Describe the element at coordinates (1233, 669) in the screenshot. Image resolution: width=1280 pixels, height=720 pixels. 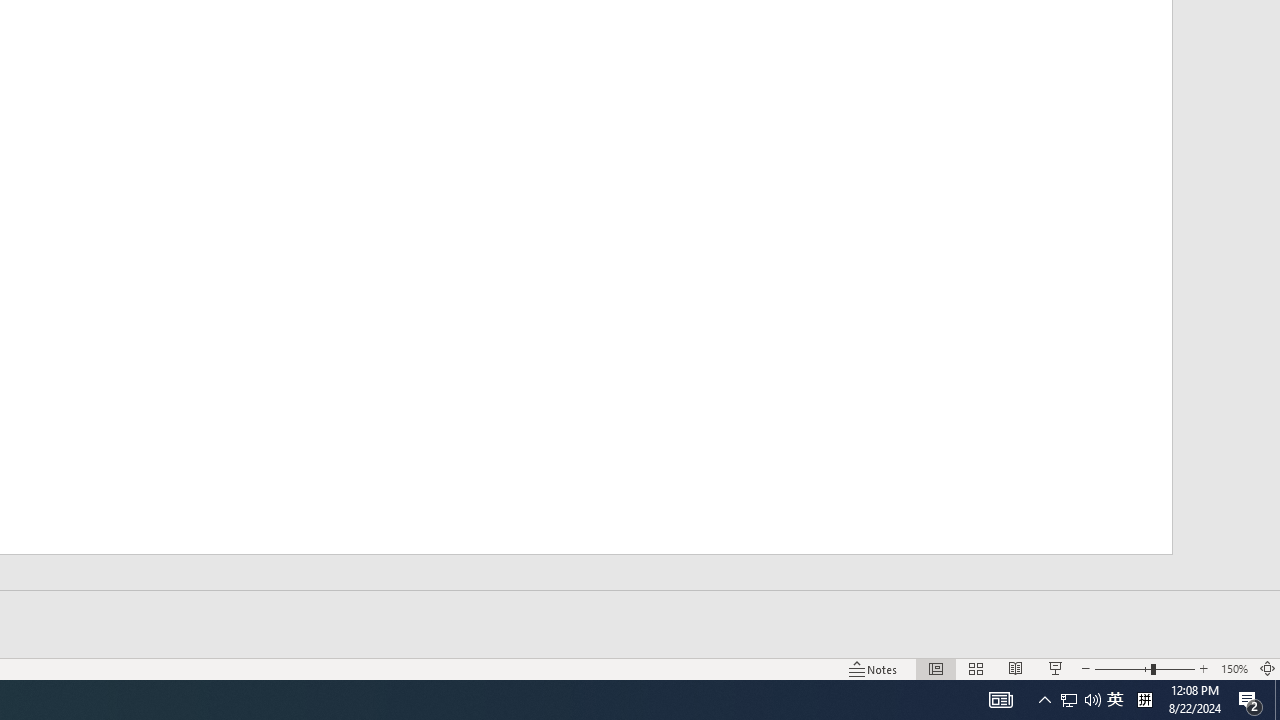
I see `'Zoom 150%'` at that location.